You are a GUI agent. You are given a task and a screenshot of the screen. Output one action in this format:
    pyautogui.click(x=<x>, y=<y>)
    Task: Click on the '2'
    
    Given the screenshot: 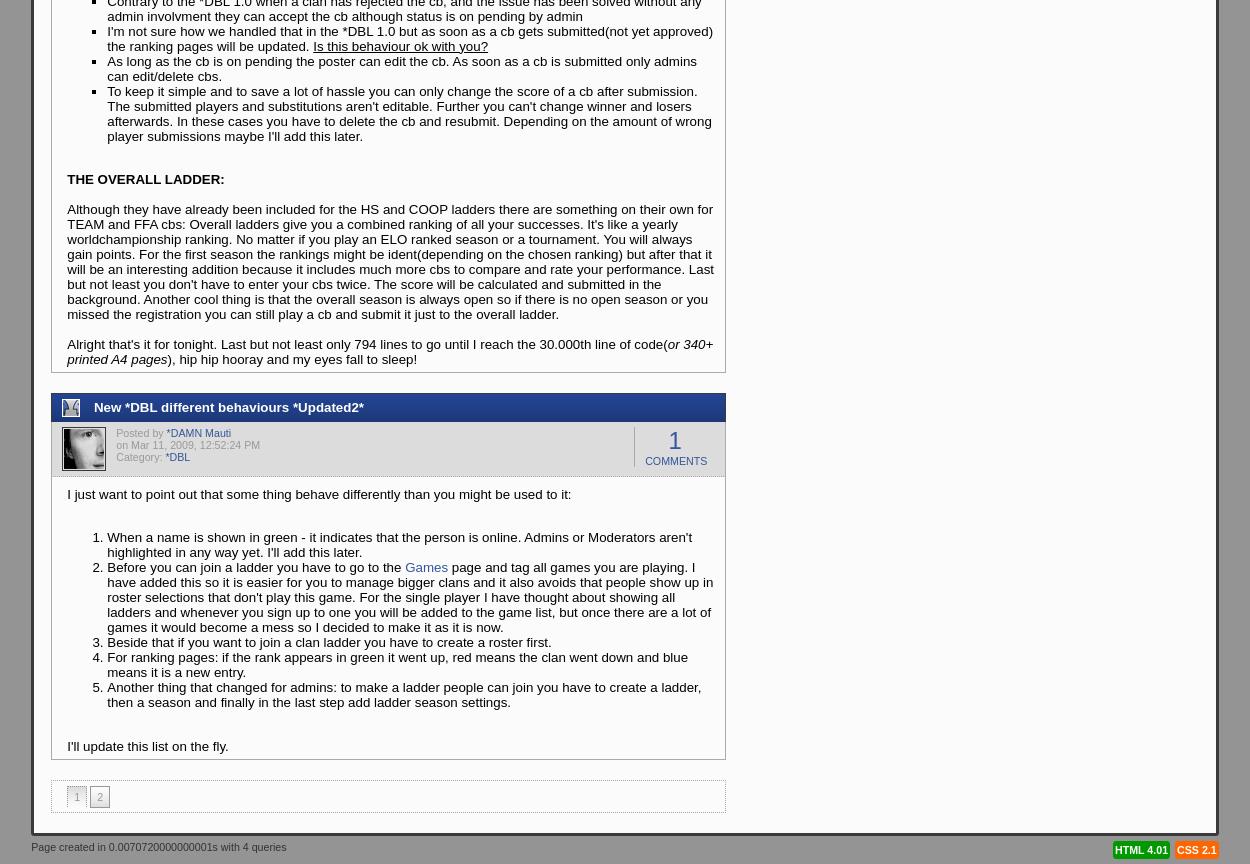 What is the action you would take?
    pyautogui.click(x=99, y=796)
    